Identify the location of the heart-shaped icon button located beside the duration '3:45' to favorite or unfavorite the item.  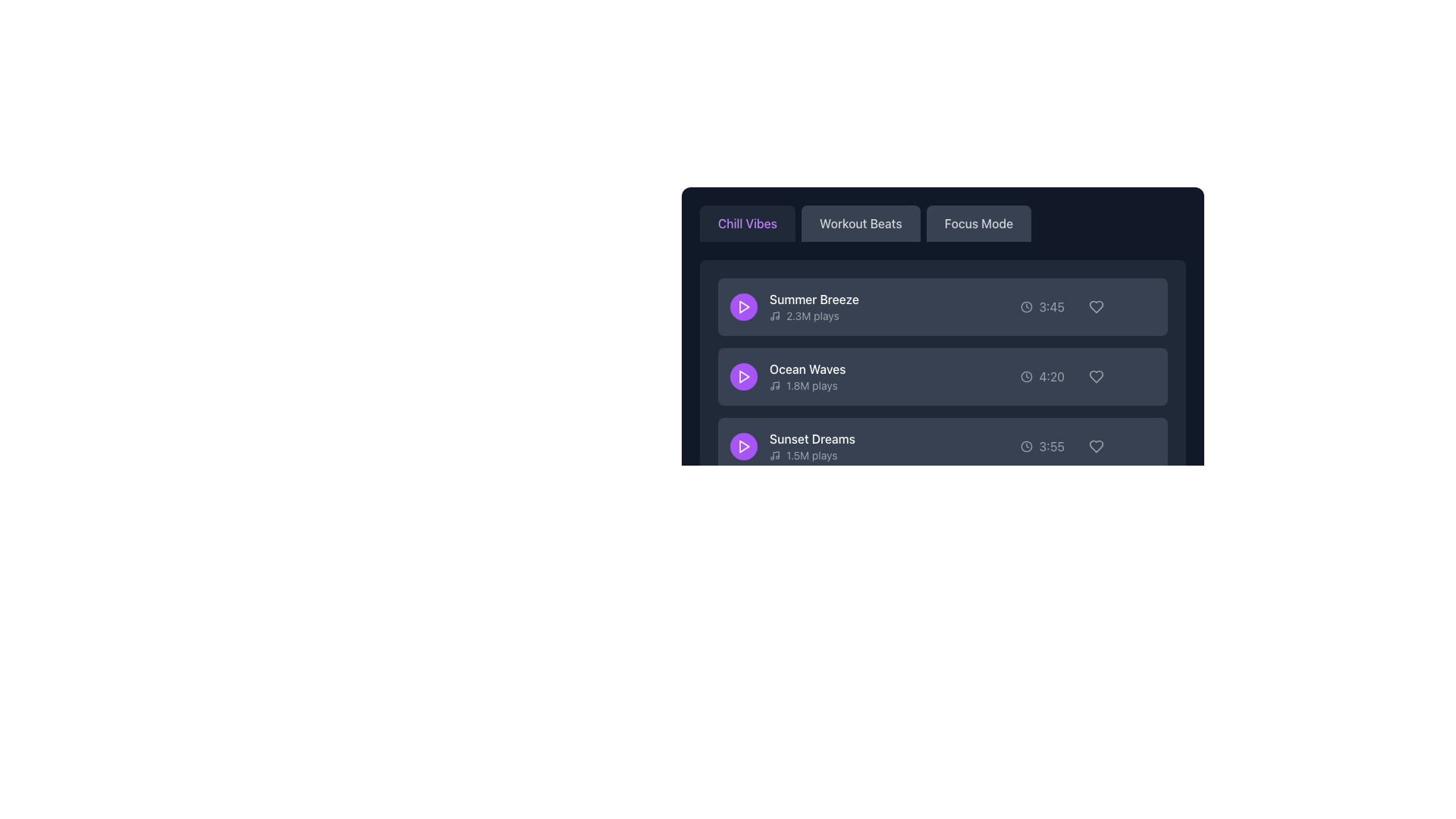
(1096, 307).